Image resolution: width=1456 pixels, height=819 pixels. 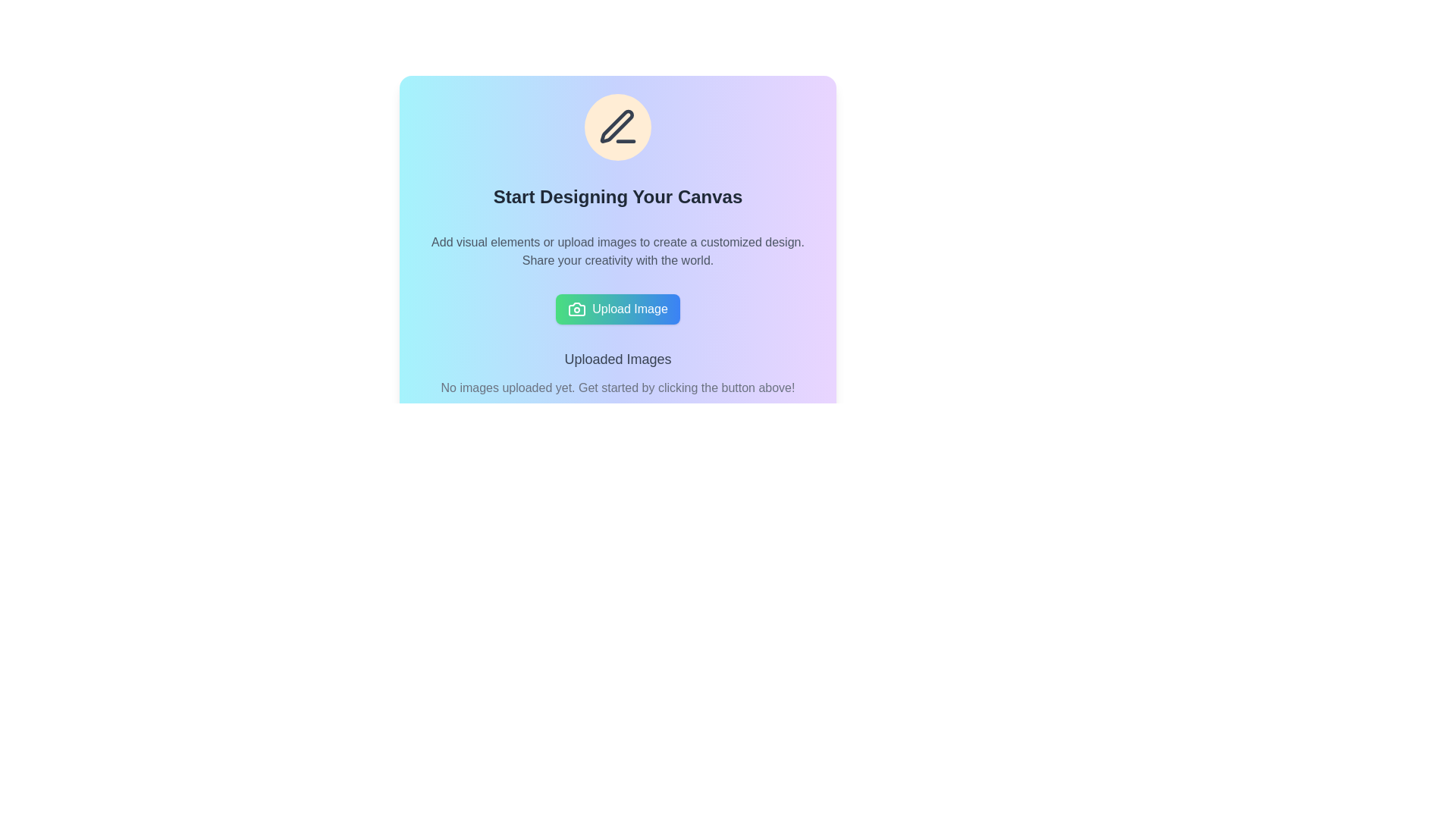 What do you see at coordinates (618, 388) in the screenshot?
I see `the text element that reads 'No images uploaded yet. Get started by clicking the button above!', which is visually aligned beneath the 'Uploaded Images' heading` at bounding box center [618, 388].